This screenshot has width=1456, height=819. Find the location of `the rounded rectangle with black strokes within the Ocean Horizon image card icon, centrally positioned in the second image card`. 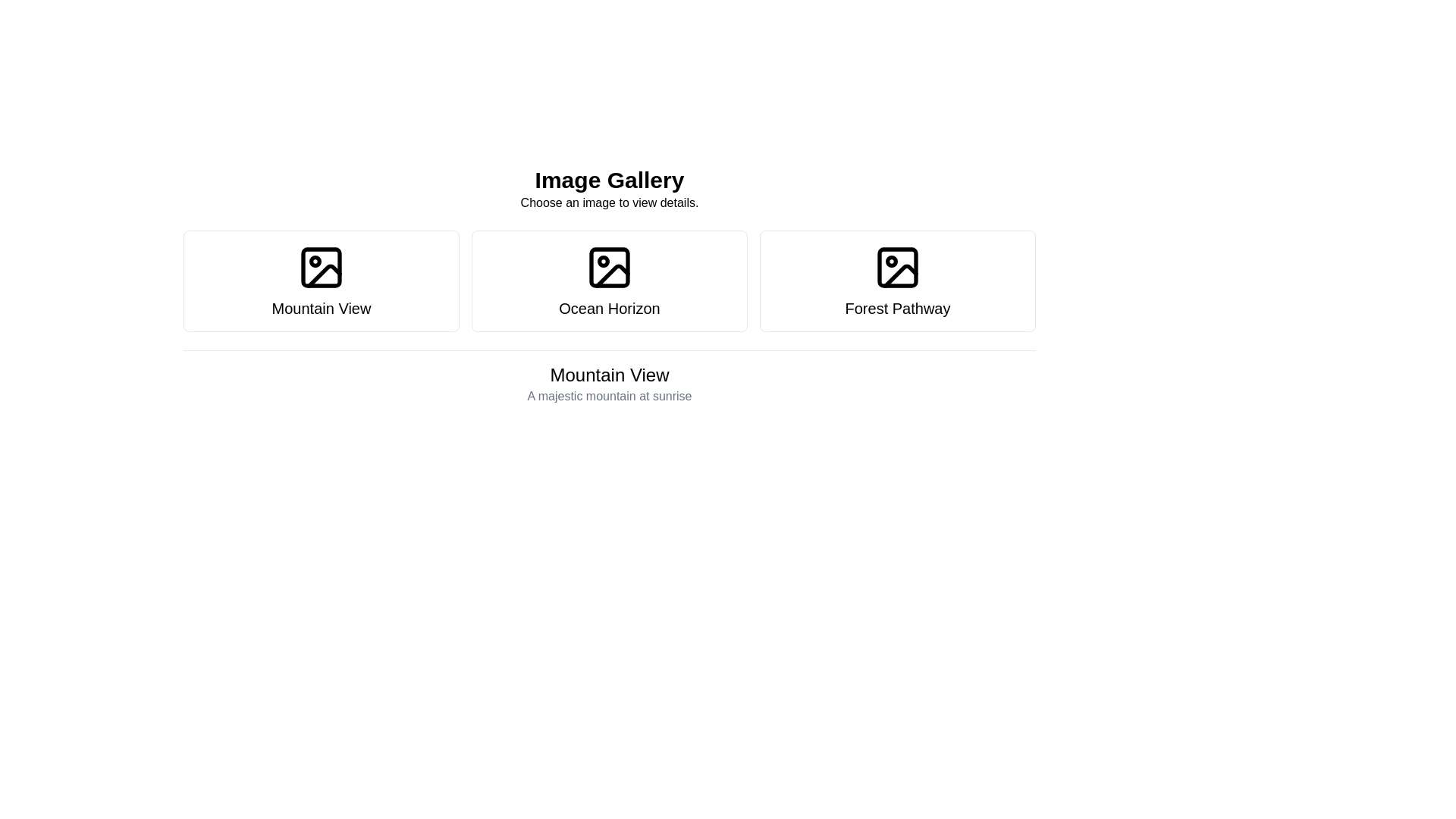

the rounded rectangle with black strokes within the Ocean Horizon image card icon, centrally positioned in the second image card is located at coordinates (610, 267).